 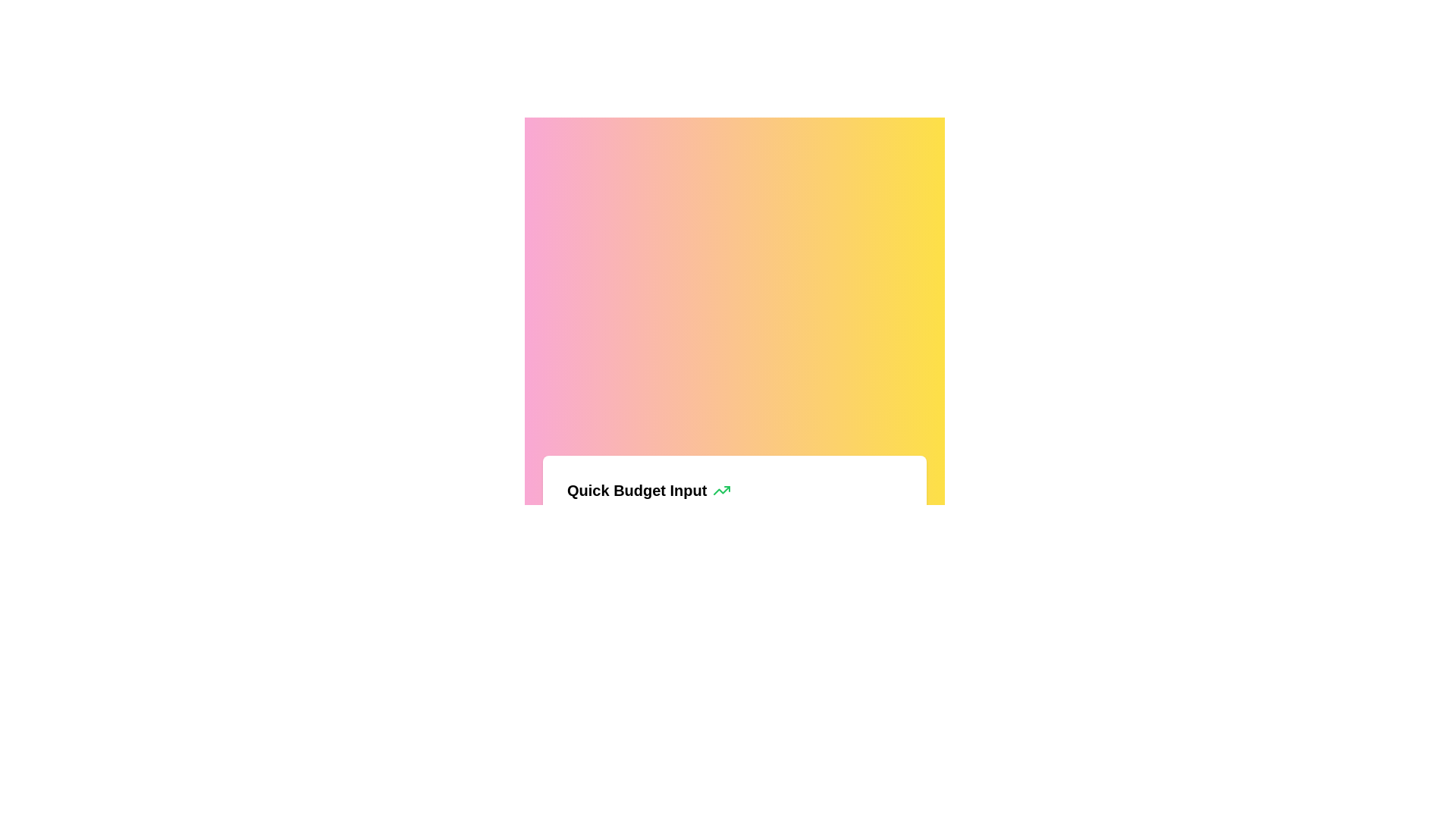 What do you see at coordinates (735, 491) in the screenshot?
I see `the title text 'Quick Budget Input' with an upward trending green arrow icon located at the top-left corner of the panel` at bounding box center [735, 491].